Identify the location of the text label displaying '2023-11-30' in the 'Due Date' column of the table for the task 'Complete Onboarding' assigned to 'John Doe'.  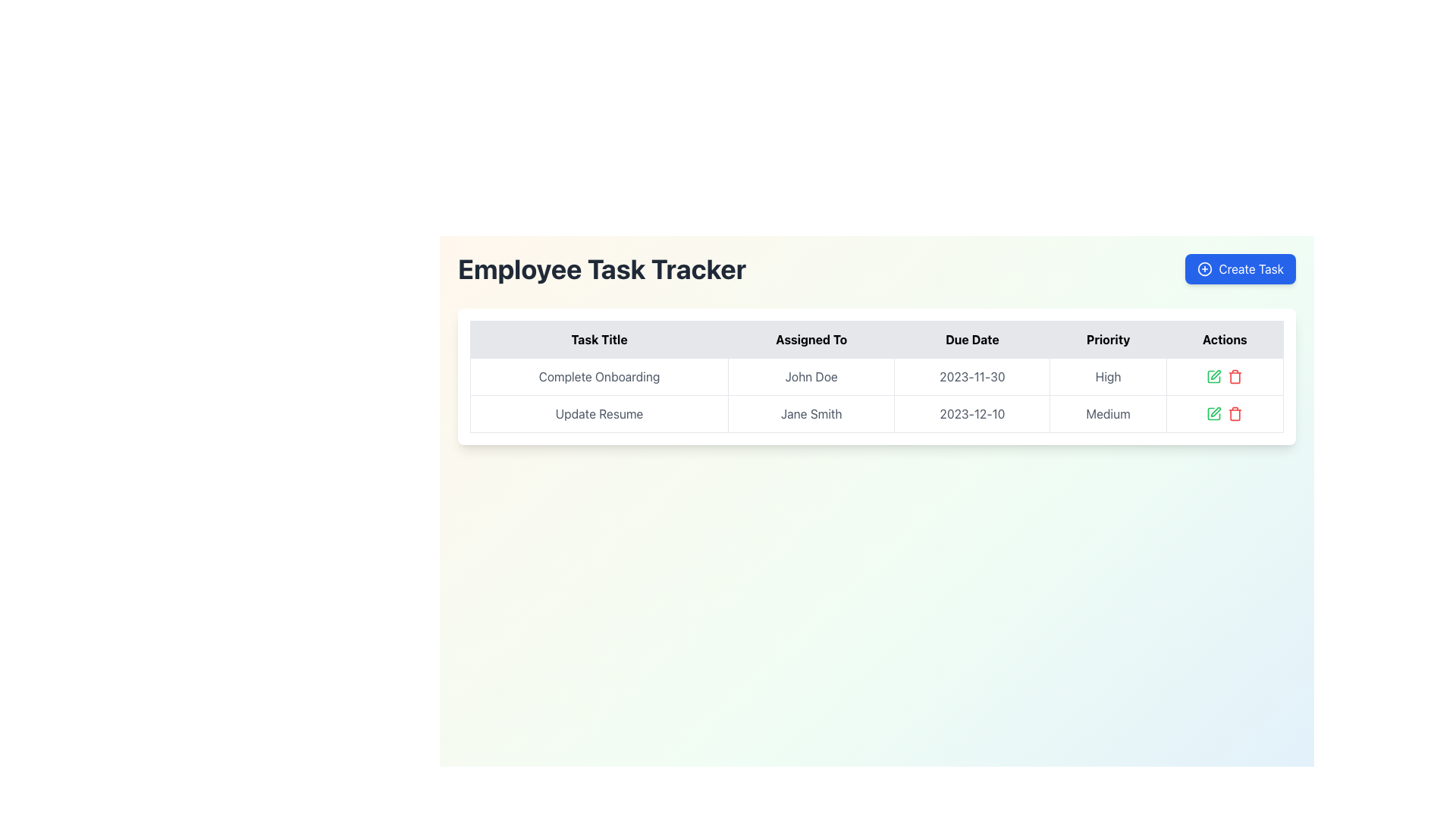
(972, 376).